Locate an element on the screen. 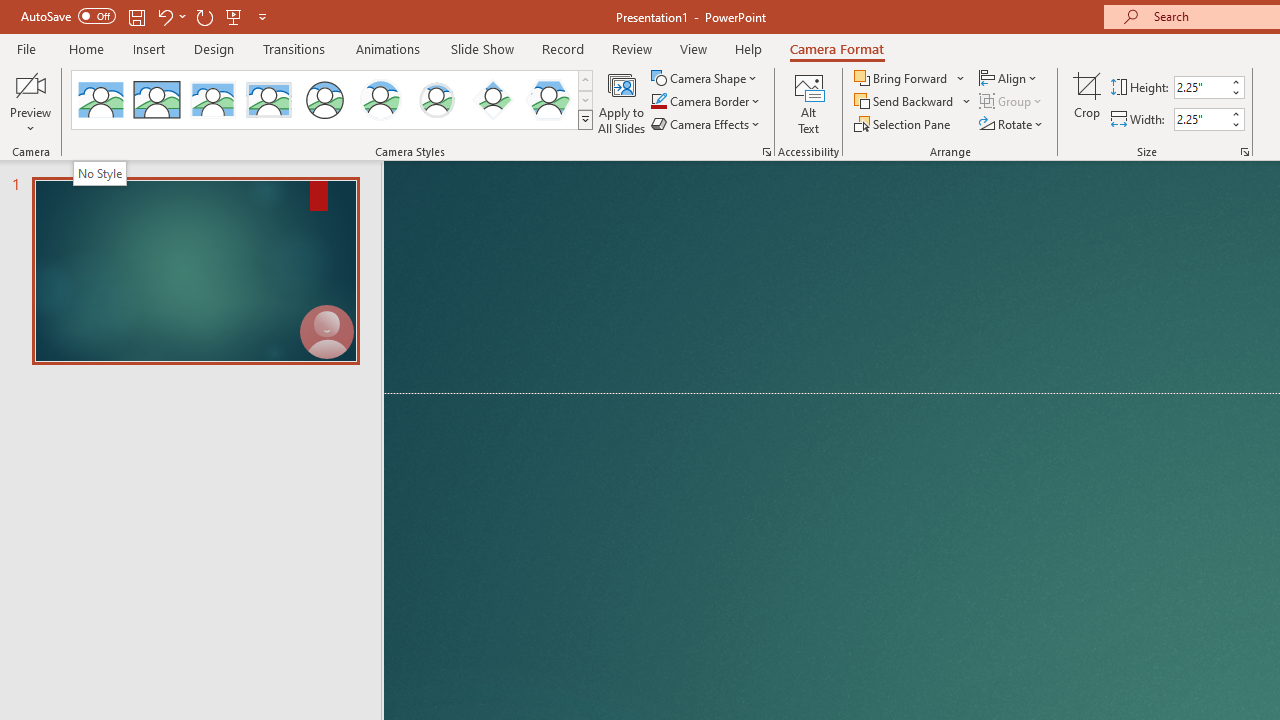 The image size is (1280, 720). 'Camera Format' is located at coordinates (837, 48).